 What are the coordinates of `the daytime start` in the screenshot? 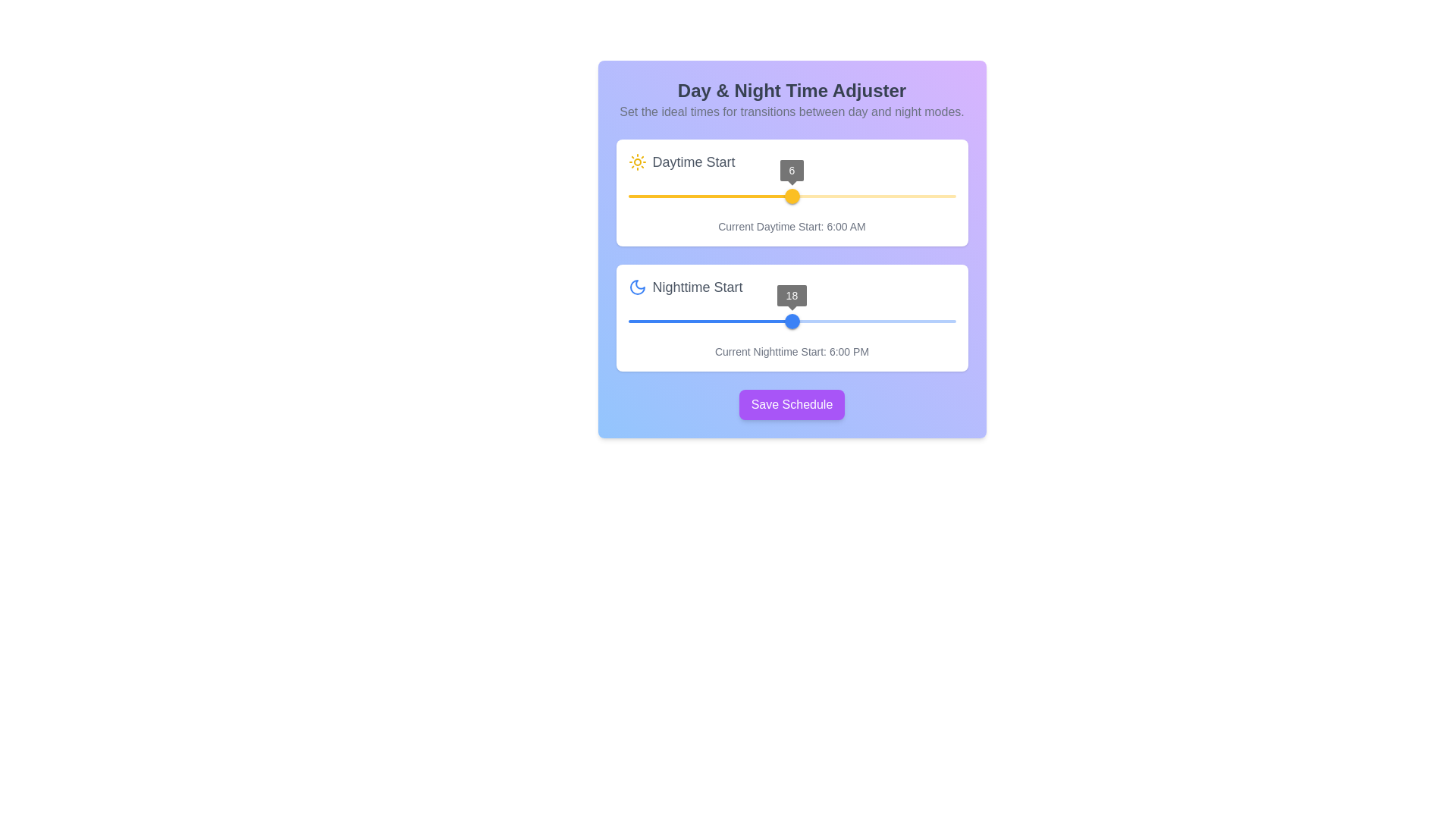 It's located at (832, 195).